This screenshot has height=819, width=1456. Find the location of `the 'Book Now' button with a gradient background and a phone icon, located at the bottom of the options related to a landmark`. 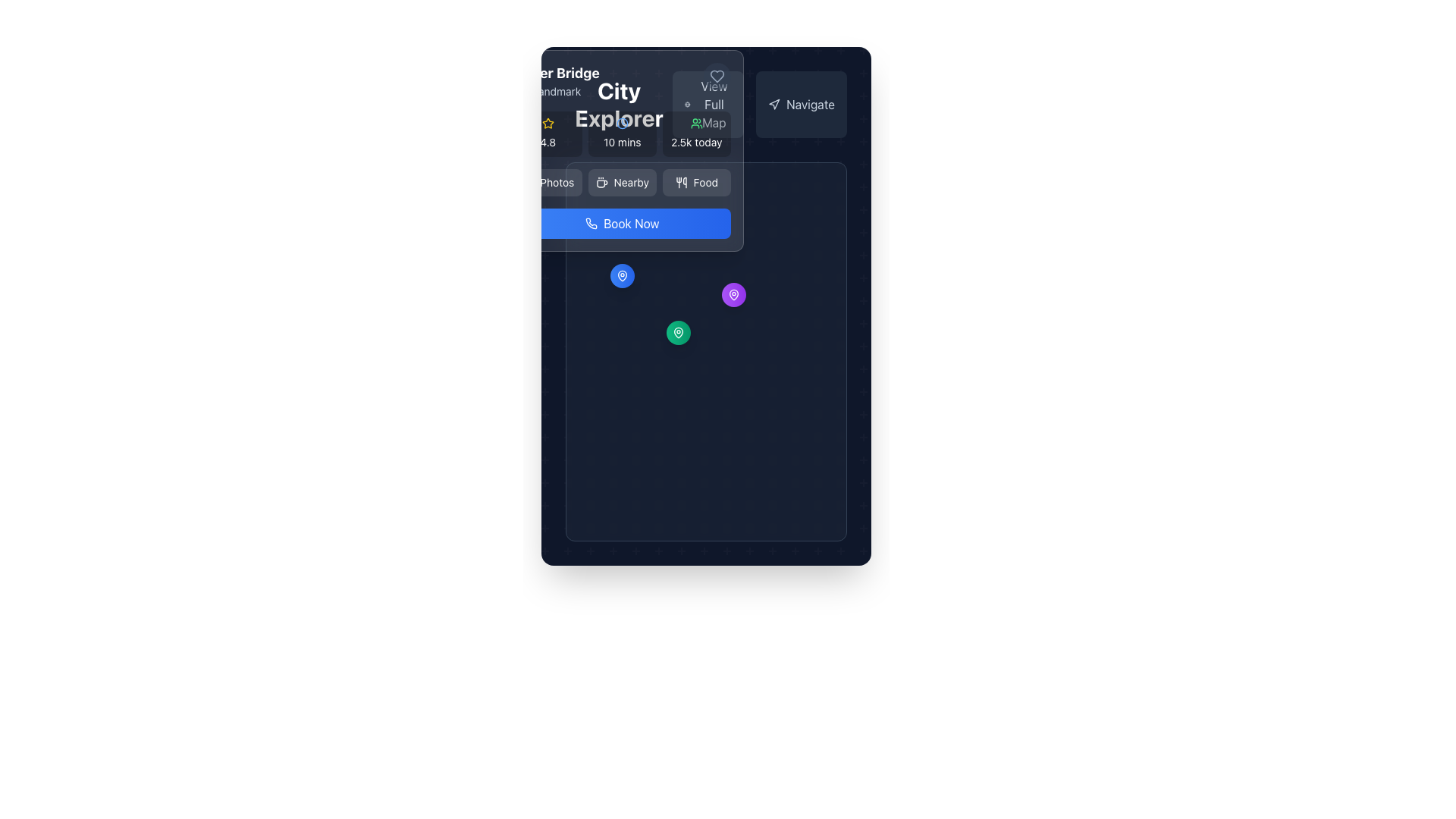

the 'Book Now' button with a gradient background and a phone icon, located at the bottom of the options related to a landmark is located at coordinates (622, 224).